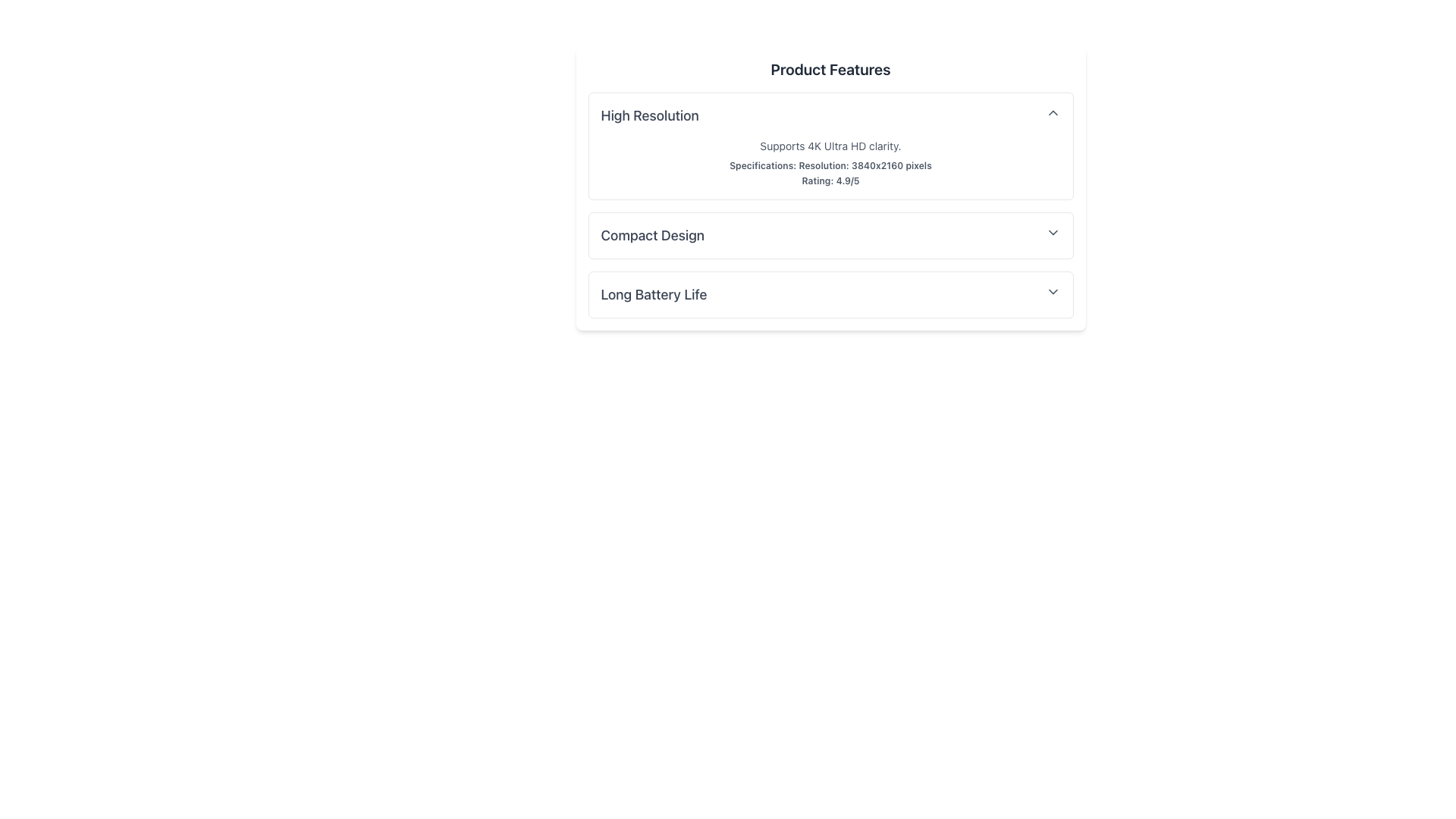 This screenshot has width=1456, height=819. I want to click on descriptive label text for the feature located in the bottom section of the product features list, below 'Compact Design', so click(654, 295).